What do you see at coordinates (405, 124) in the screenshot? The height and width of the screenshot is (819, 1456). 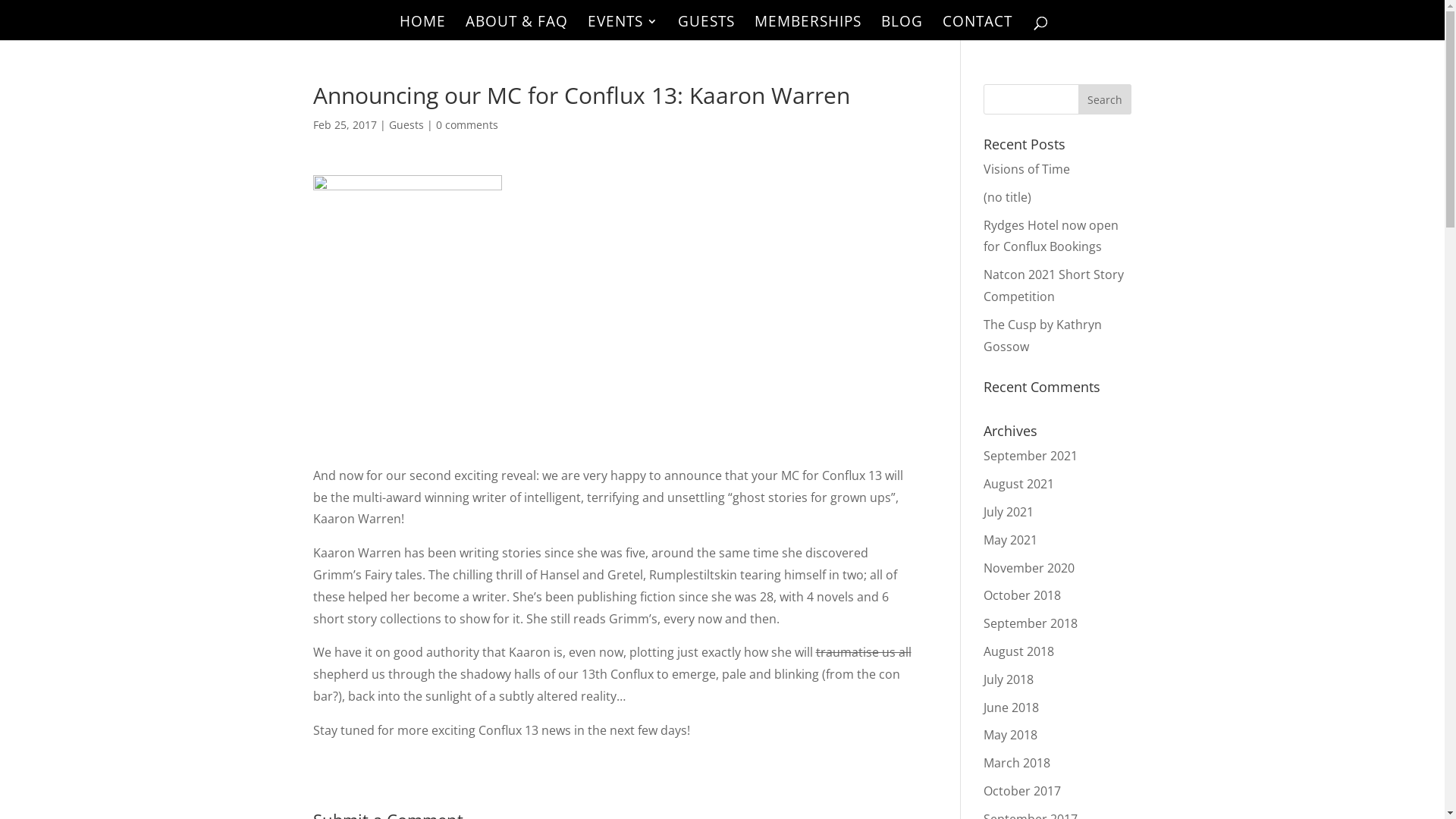 I see `'Guests'` at bounding box center [405, 124].